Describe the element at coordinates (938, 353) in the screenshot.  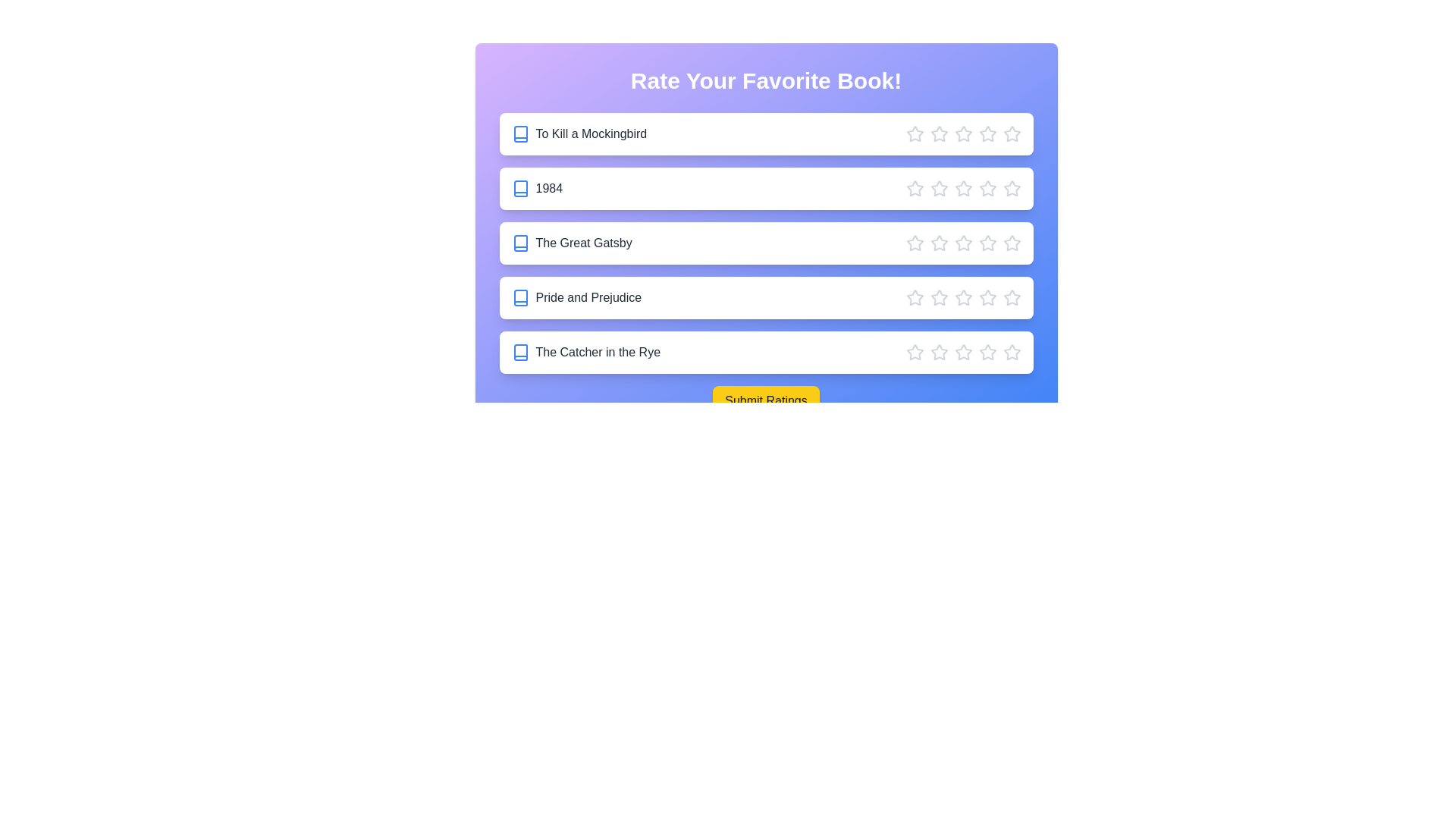
I see `the star corresponding to 2 stars for the book 'The Catcher in the Rye'` at that location.